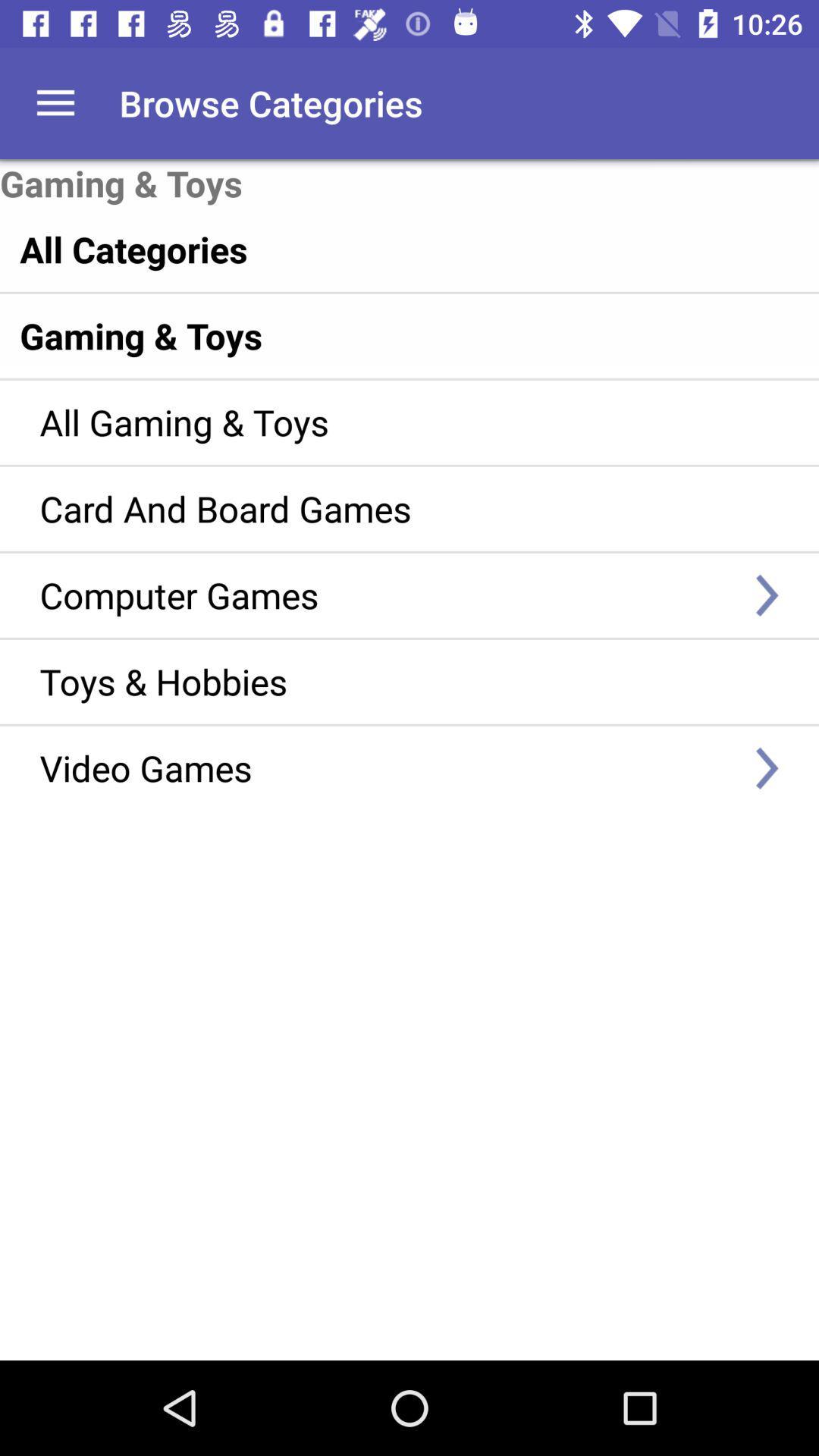  I want to click on the icon above the gaming & toys, so click(376, 249).